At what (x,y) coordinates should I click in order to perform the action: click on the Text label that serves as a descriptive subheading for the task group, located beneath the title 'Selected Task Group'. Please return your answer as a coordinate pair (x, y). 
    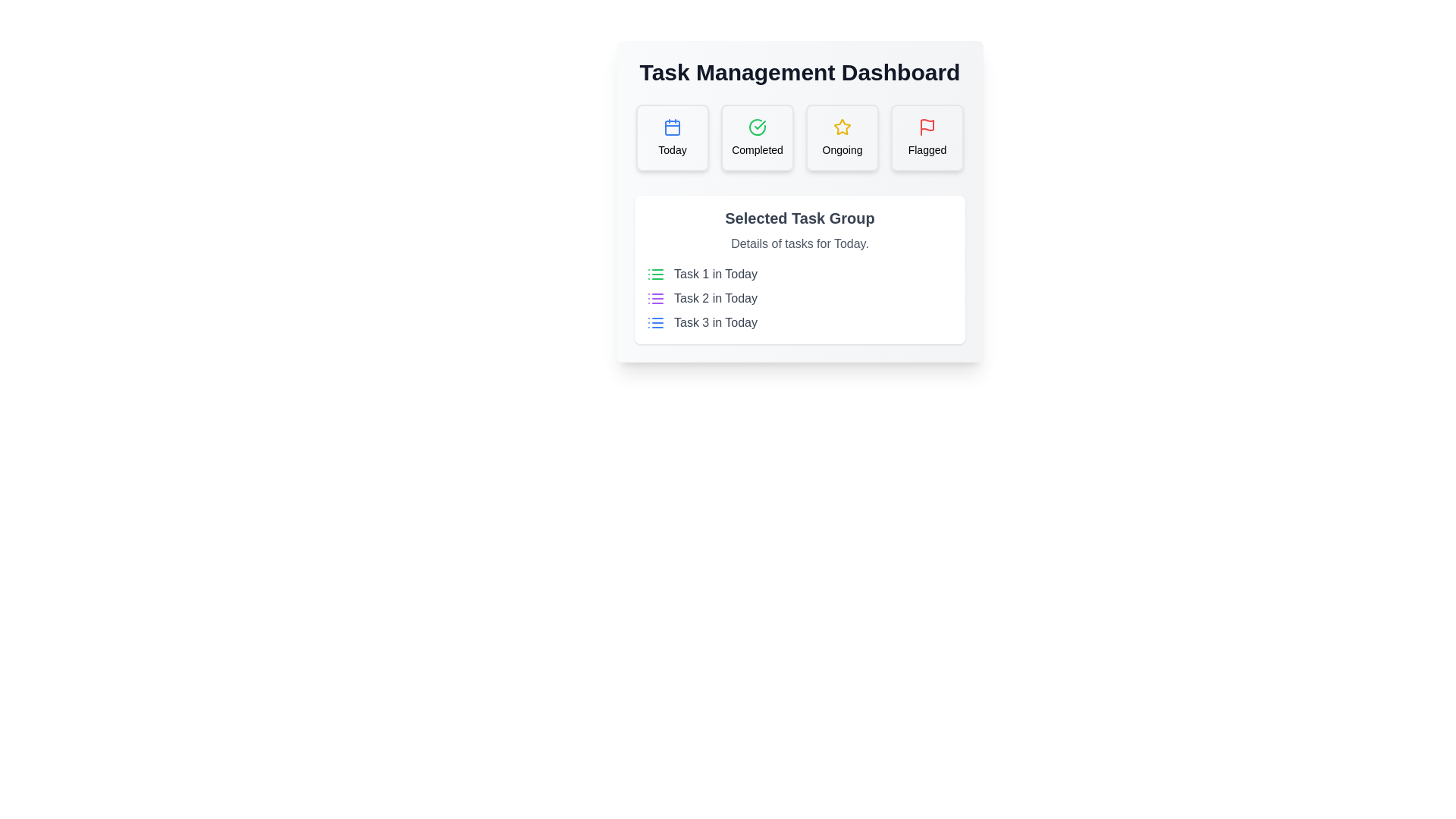
    Looking at the image, I should click on (799, 243).